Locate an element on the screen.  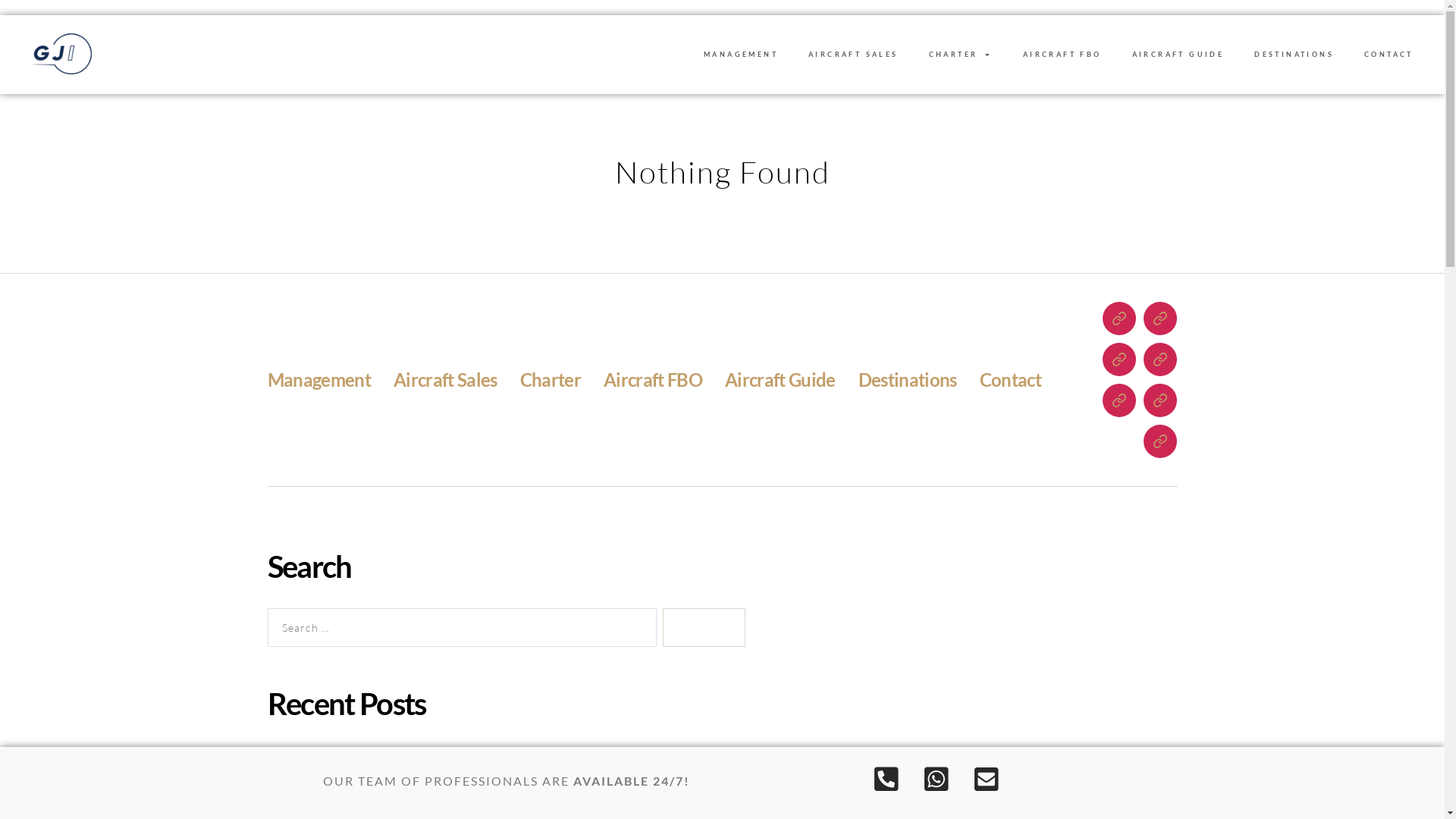
'Destinations' is located at coordinates (907, 378).